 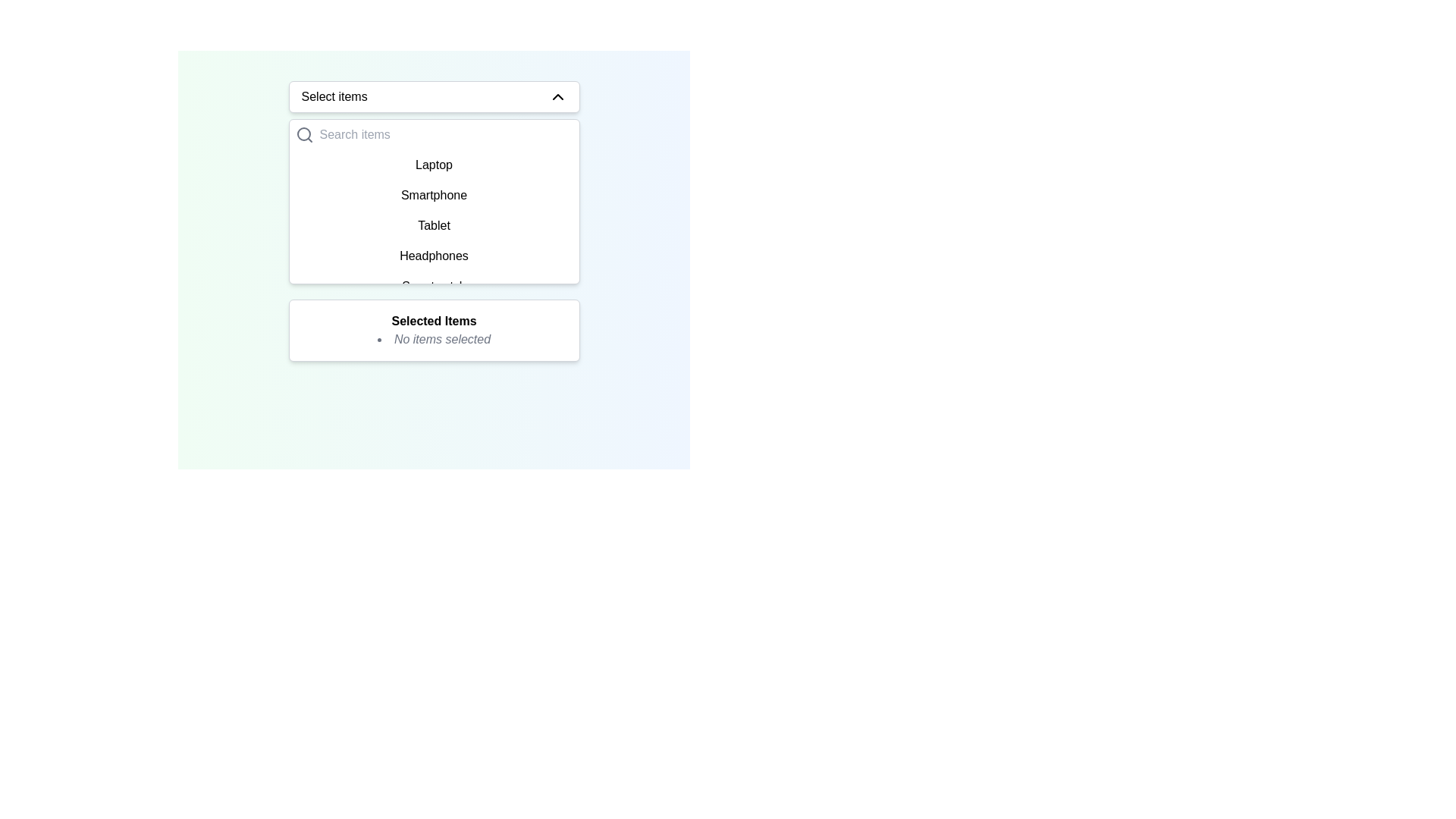 What do you see at coordinates (433, 256) in the screenshot?
I see `the 'Headphones' option in the dropdown menu` at bounding box center [433, 256].